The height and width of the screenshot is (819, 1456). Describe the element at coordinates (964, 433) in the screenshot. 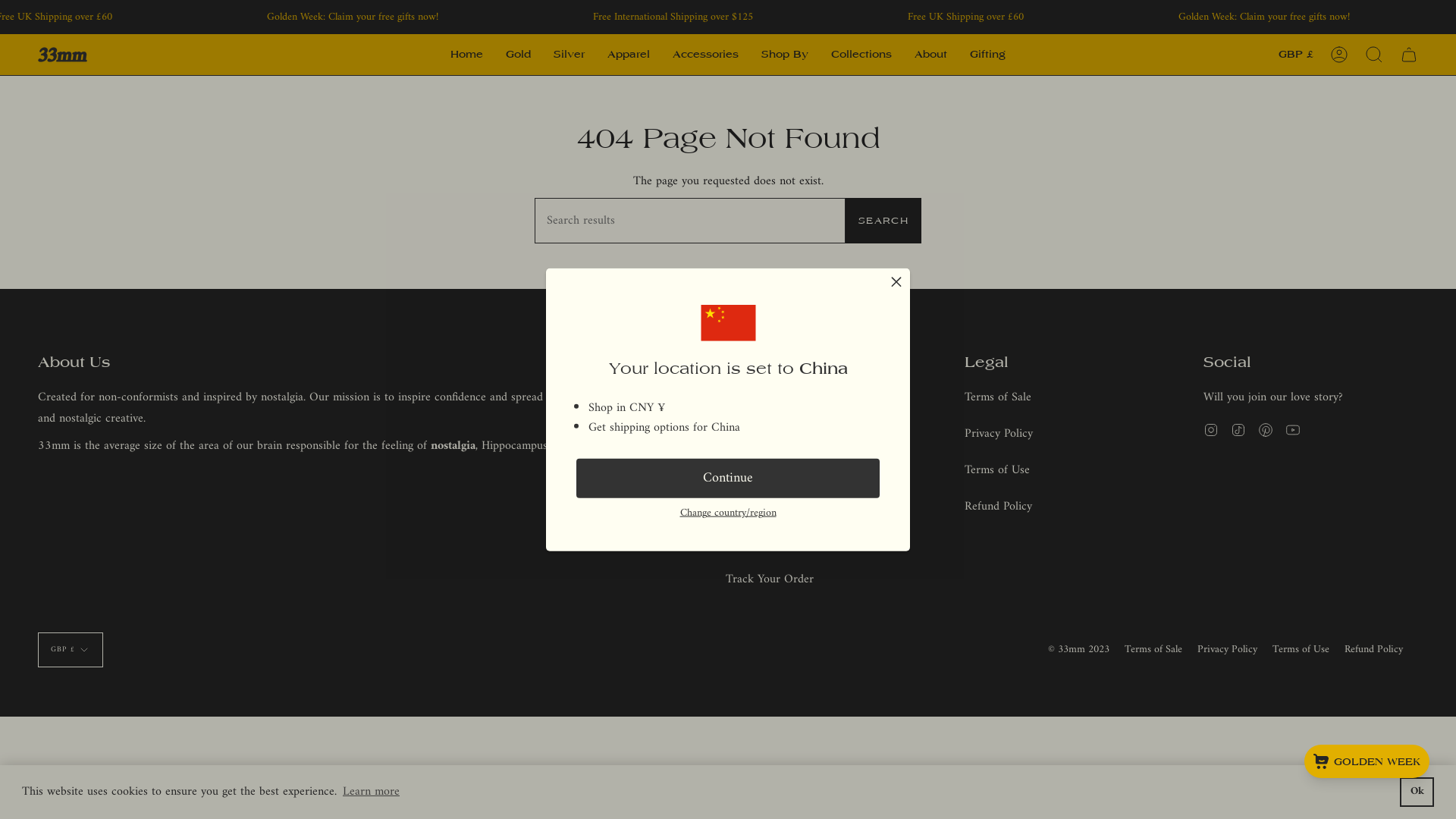

I see `'Privacy Policy'` at that location.